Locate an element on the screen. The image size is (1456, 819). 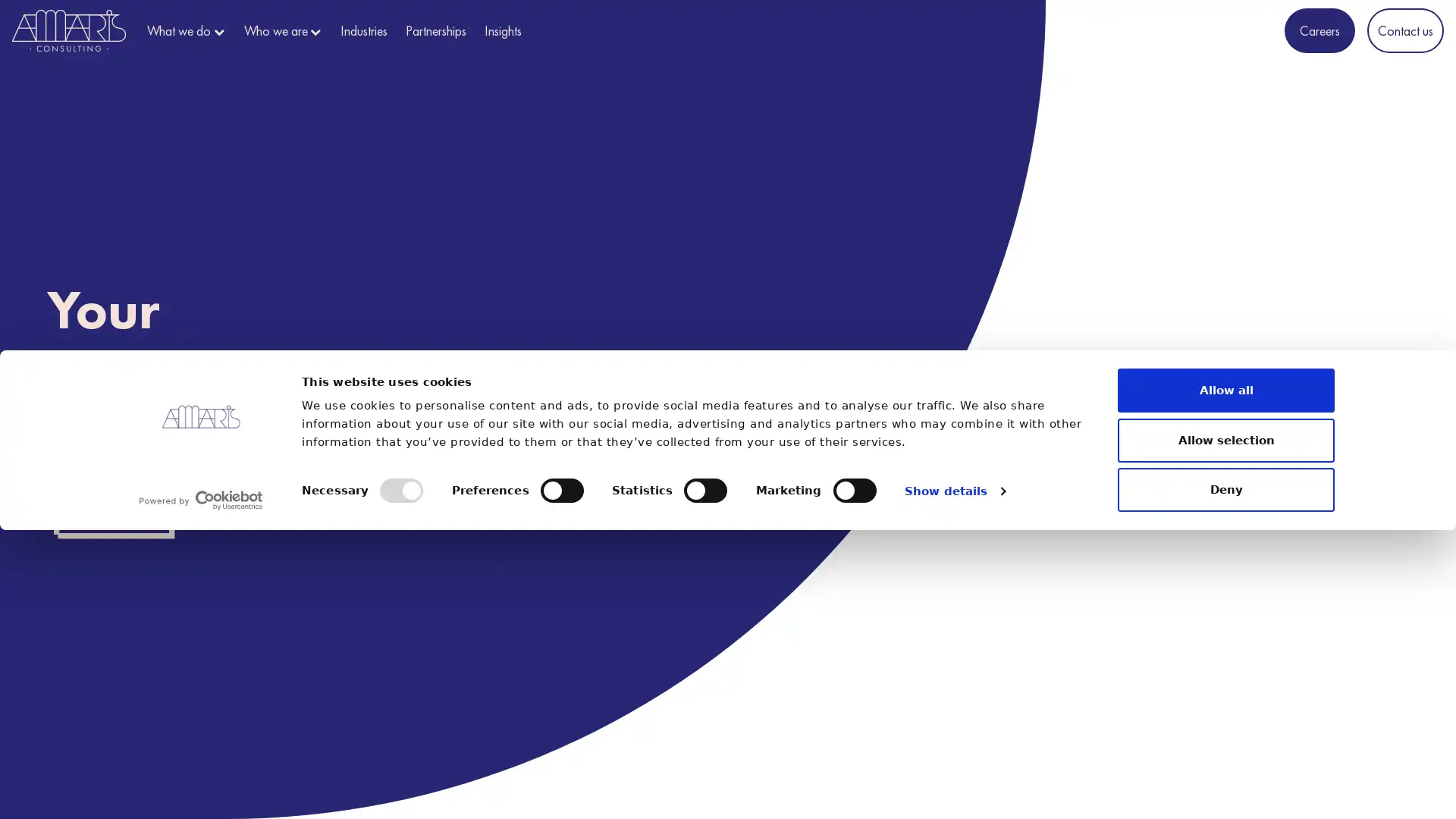
Discover us is located at coordinates (111, 512).